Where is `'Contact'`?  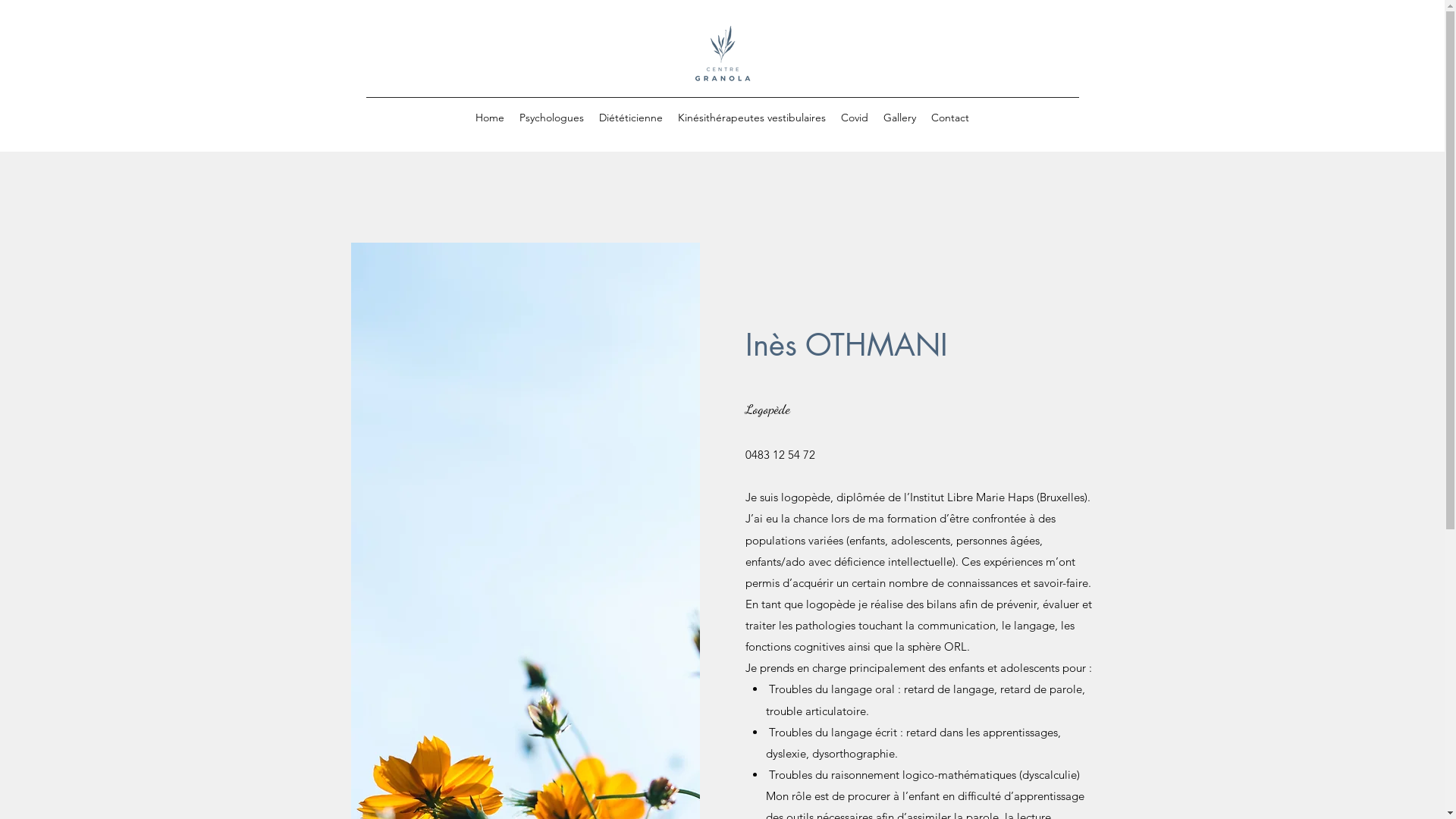
'Contact' is located at coordinates (923, 116).